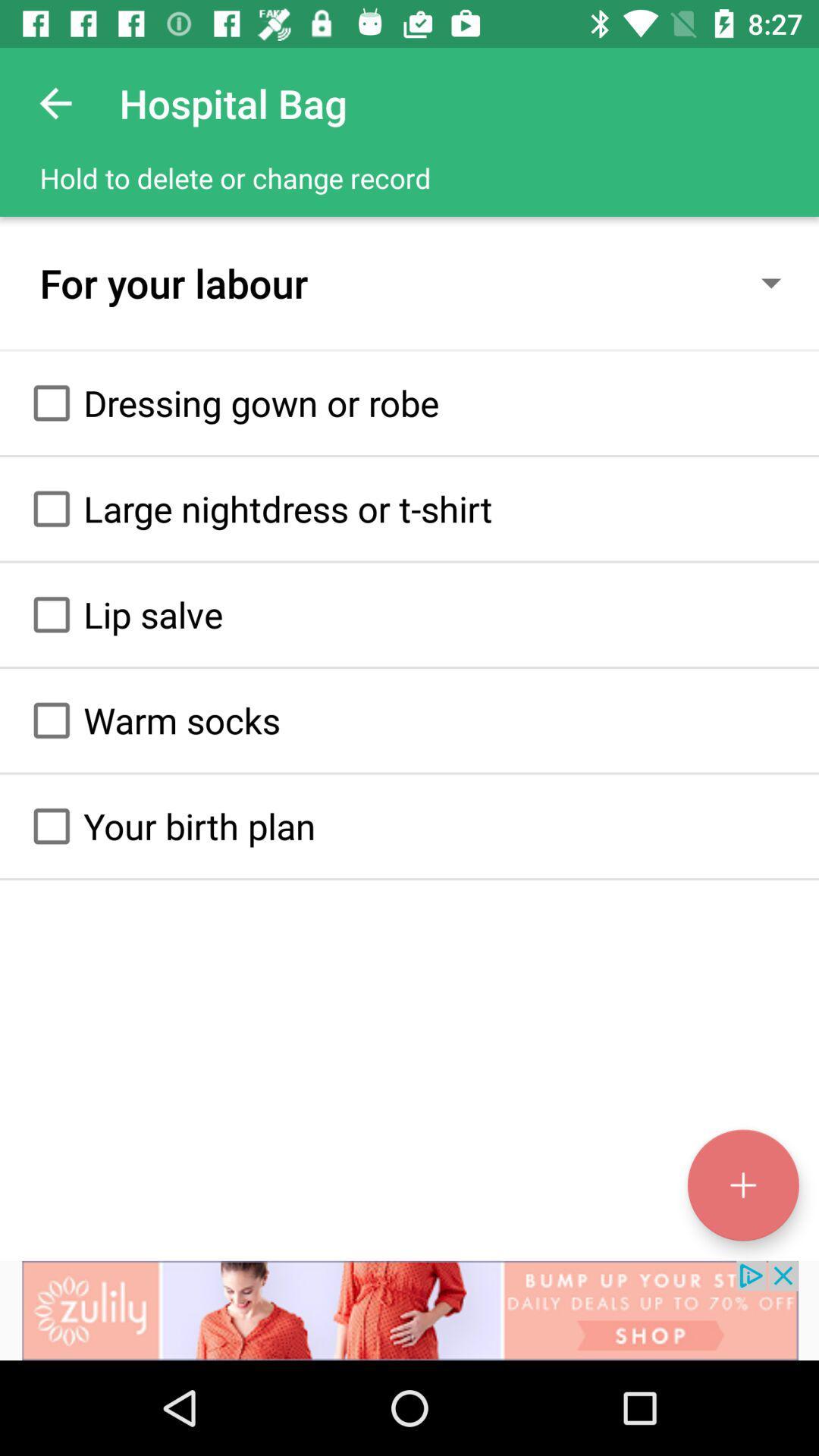 This screenshot has width=819, height=1456. I want to click on select, so click(51, 825).